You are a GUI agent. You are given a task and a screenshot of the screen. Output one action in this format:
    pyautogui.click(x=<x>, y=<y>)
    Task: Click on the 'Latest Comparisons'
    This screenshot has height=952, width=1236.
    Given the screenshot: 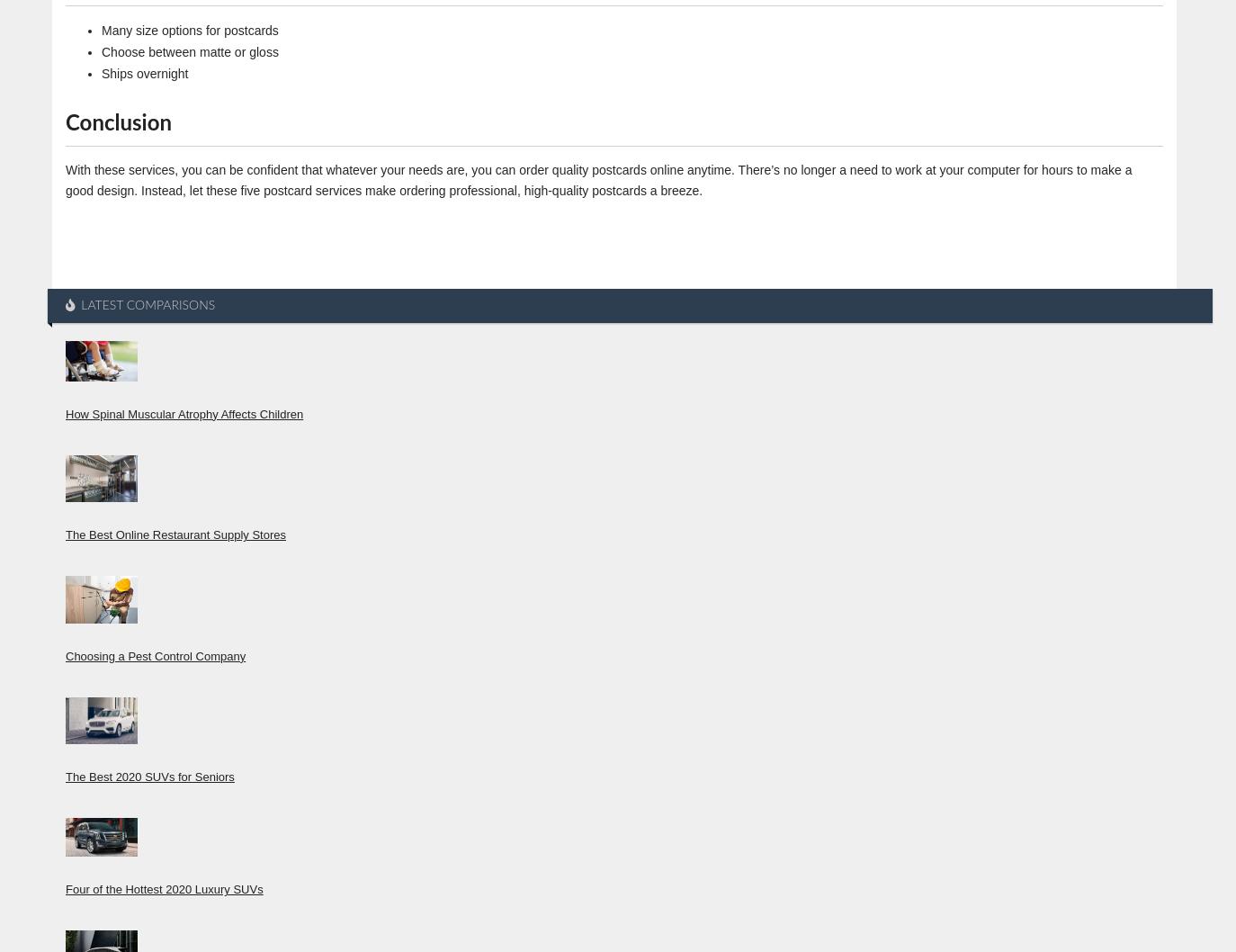 What is the action you would take?
    pyautogui.click(x=76, y=303)
    